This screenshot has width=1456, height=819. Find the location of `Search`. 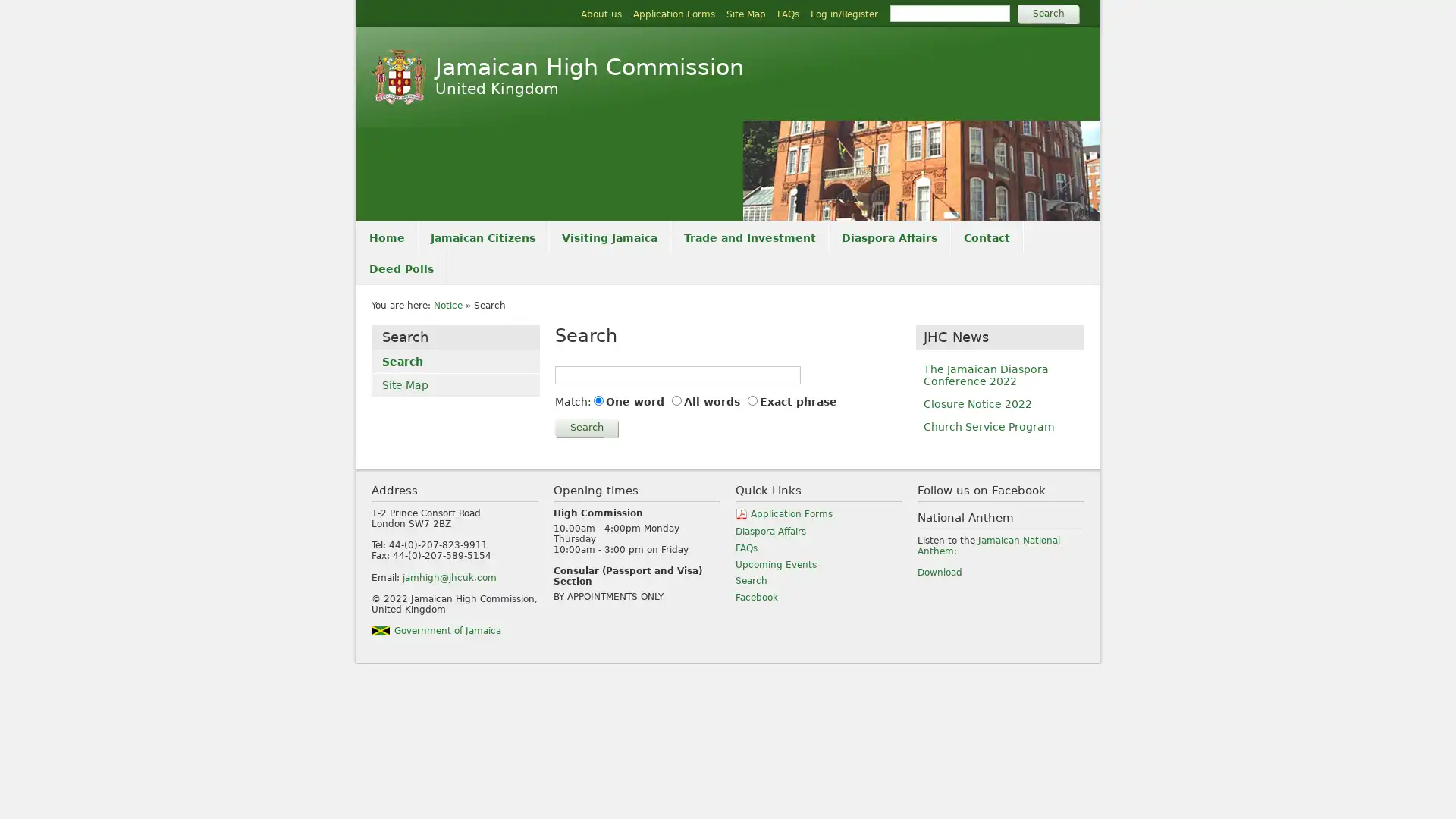

Search is located at coordinates (585, 428).